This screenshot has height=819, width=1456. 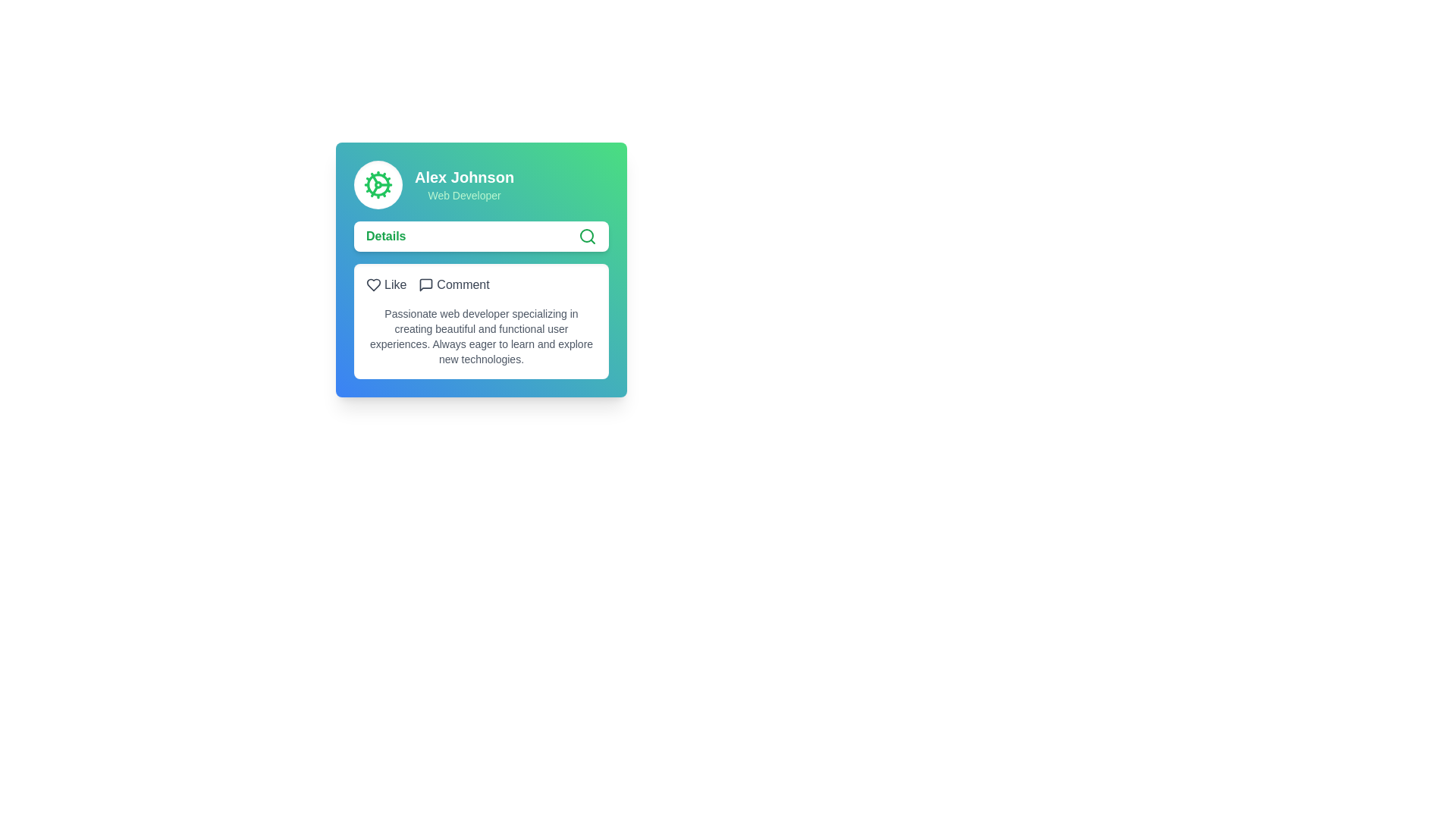 What do you see at coordinates (453, 284) in the screenshot?
I see `the comment button located in the horizontal grouping of elements inside the card interface, positioned below the user profile section and above the description text block` at bounding box center [453, 284].